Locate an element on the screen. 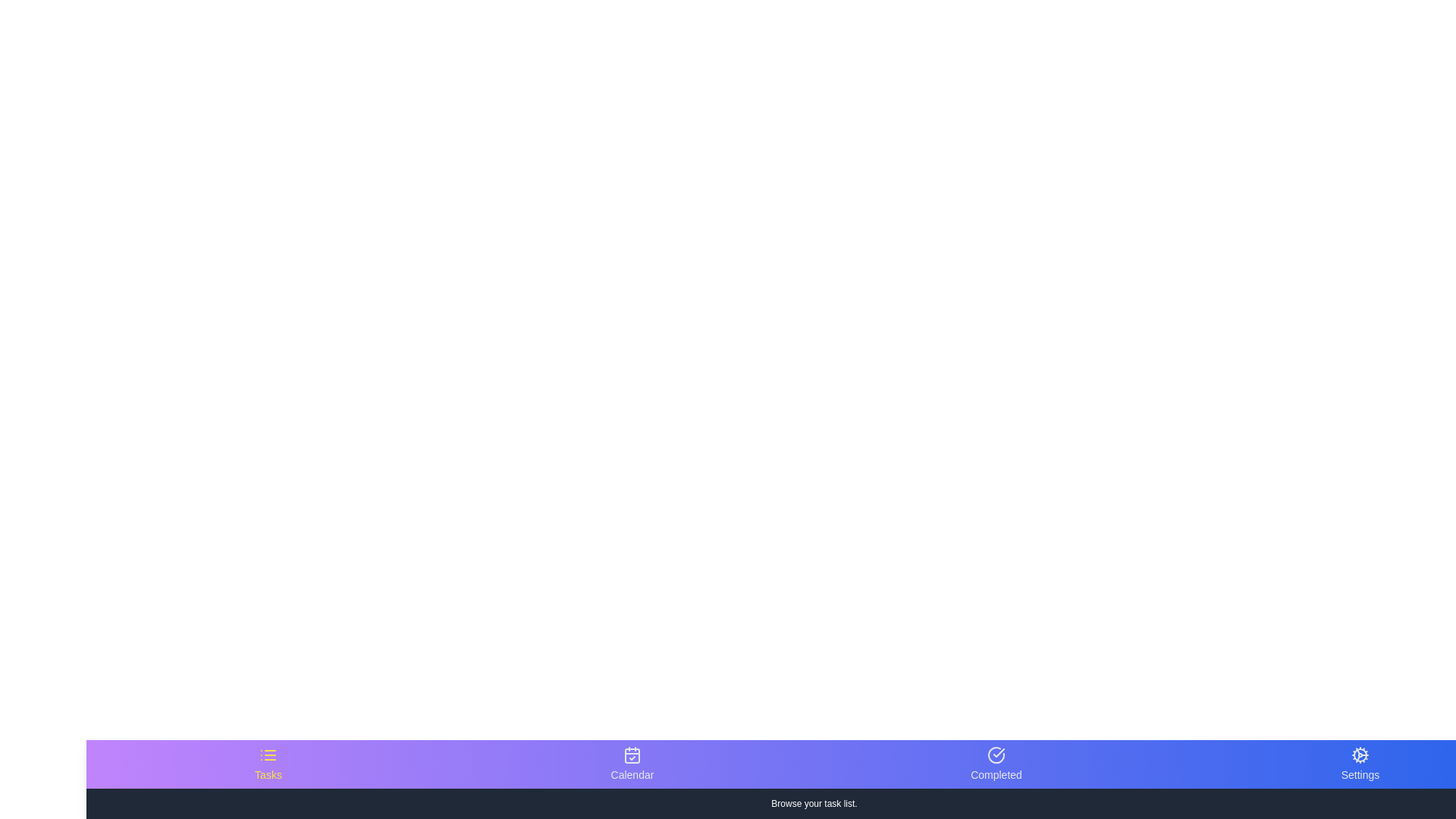 Image resolution: width=1456 pixels, height=819 pixels. the Tasks tab is located at coordinates (268, 764).